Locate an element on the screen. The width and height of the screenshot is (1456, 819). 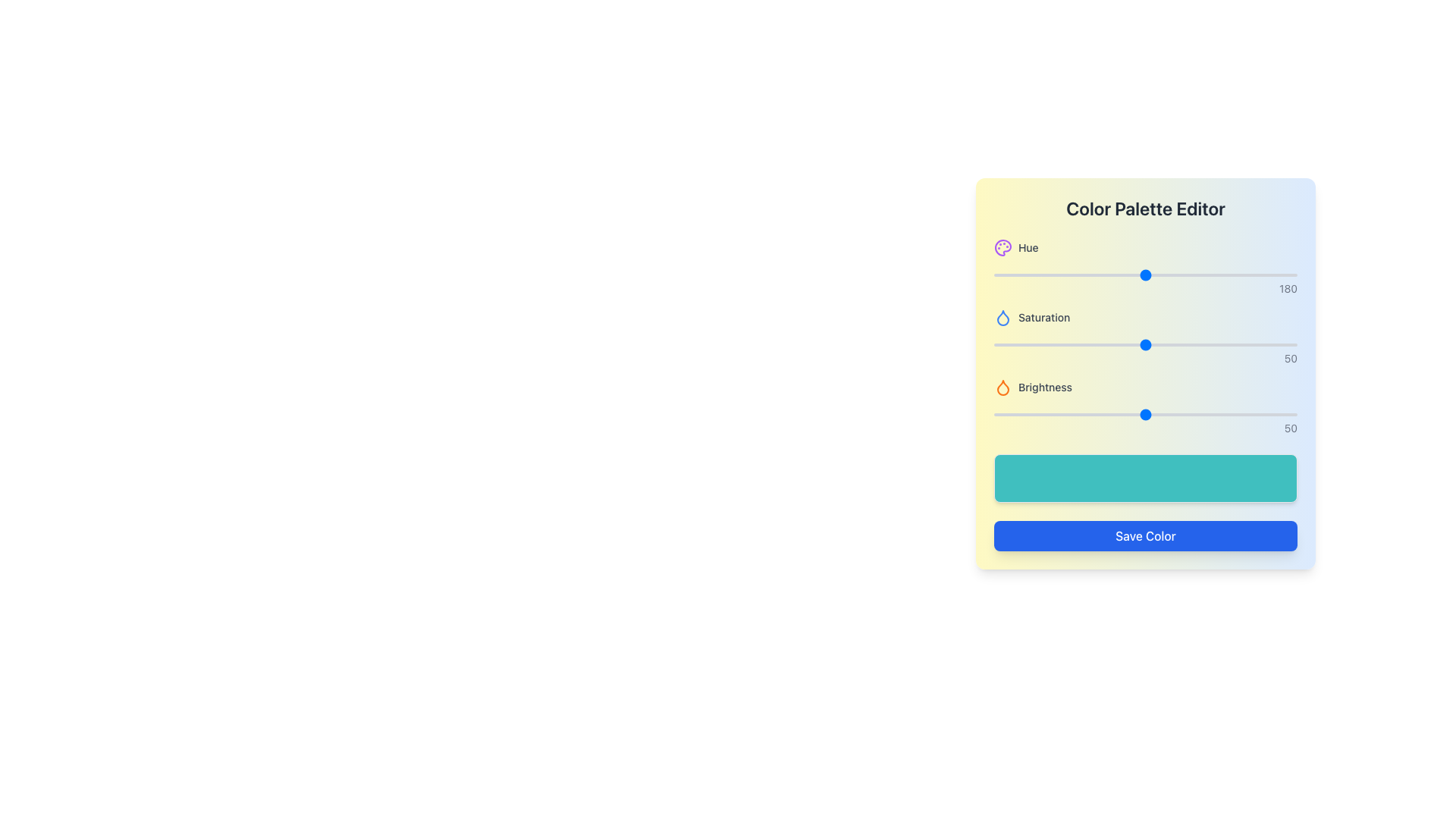
the slider value is located at coordinates (1276, 345).